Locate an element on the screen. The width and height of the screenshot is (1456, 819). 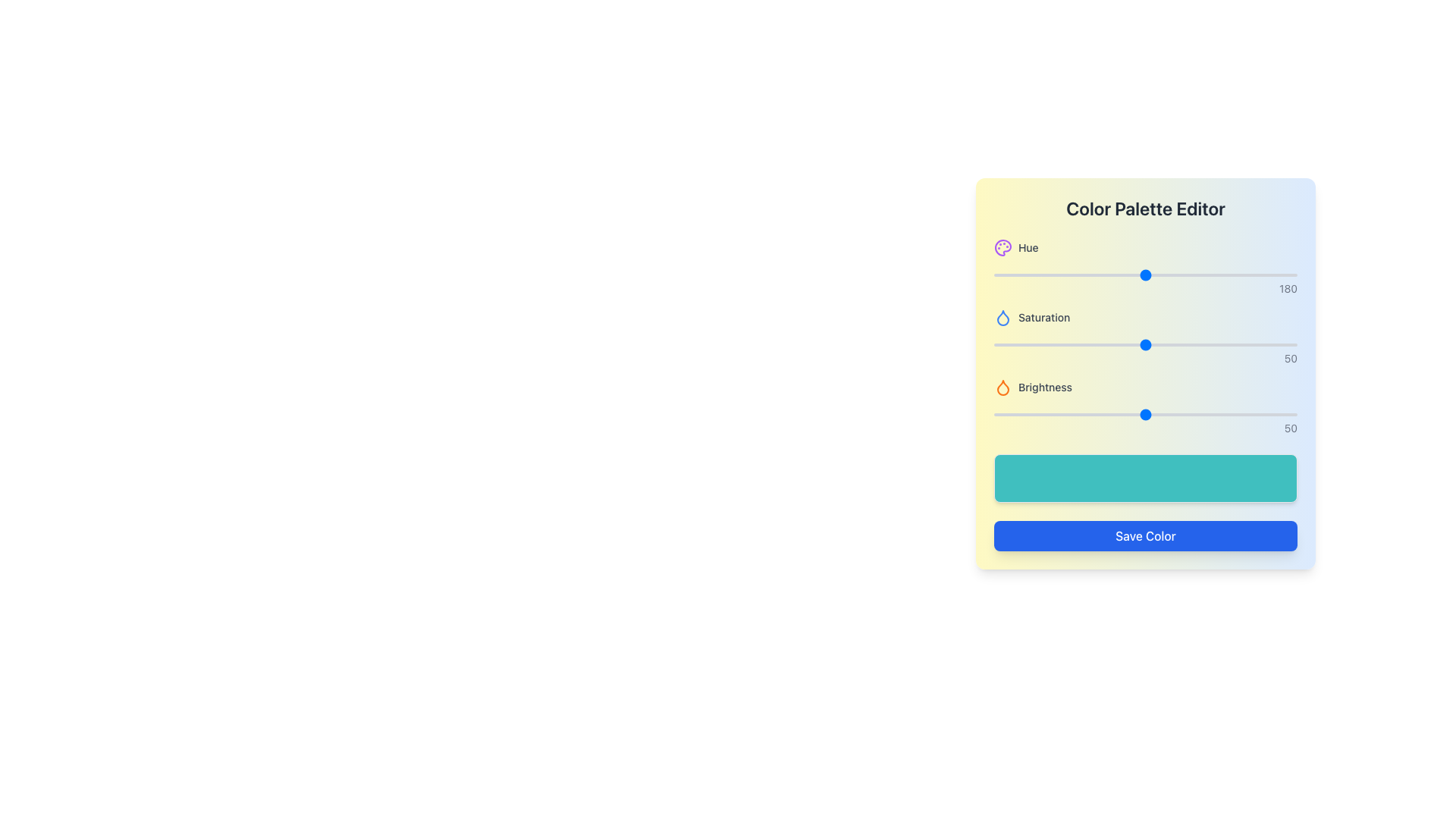
the slider value is located at coordinates (1276, 345).